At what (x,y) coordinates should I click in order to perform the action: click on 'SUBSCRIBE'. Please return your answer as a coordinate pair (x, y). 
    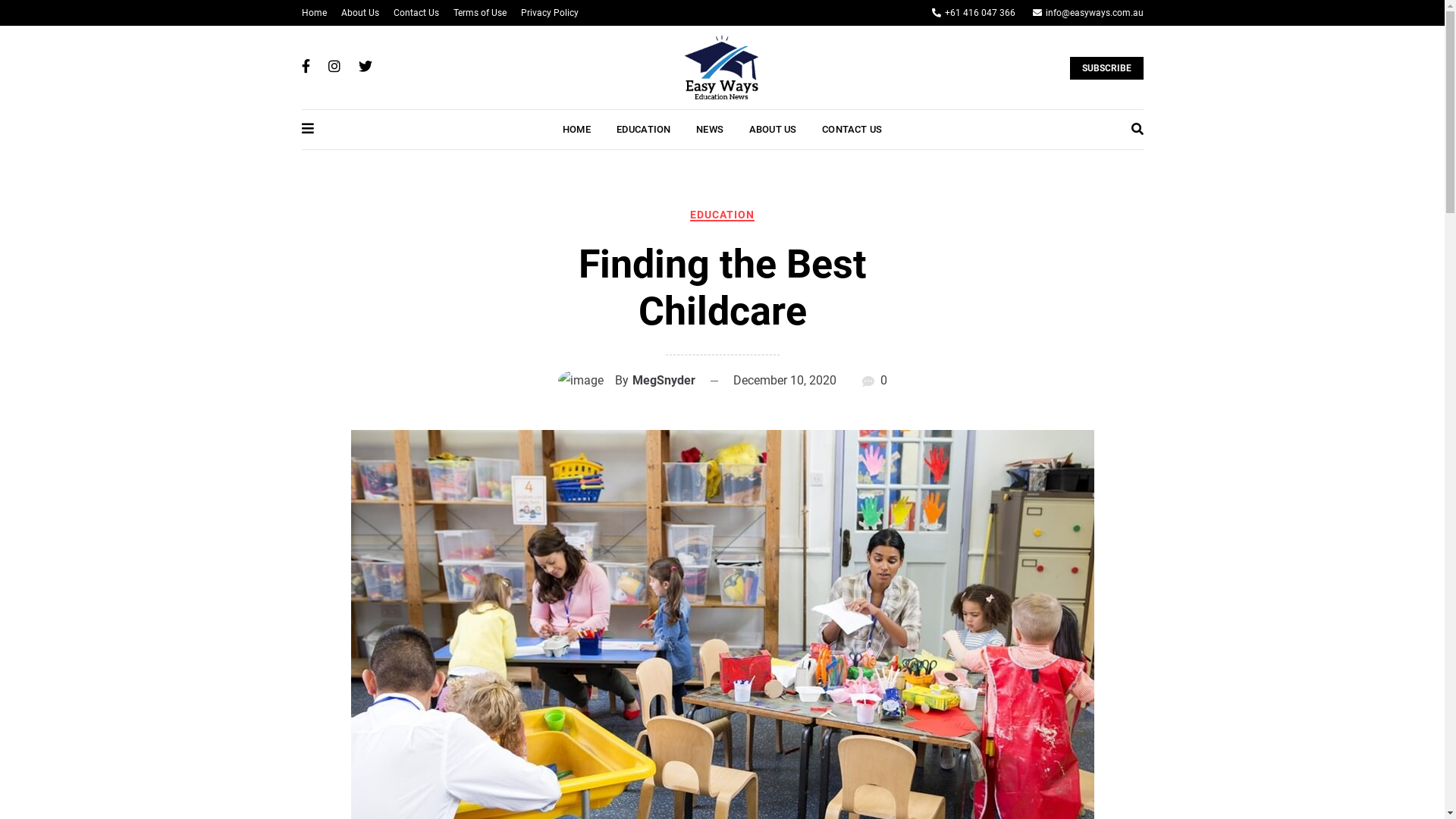
    Looking at the image, I should click on (1068, 67).